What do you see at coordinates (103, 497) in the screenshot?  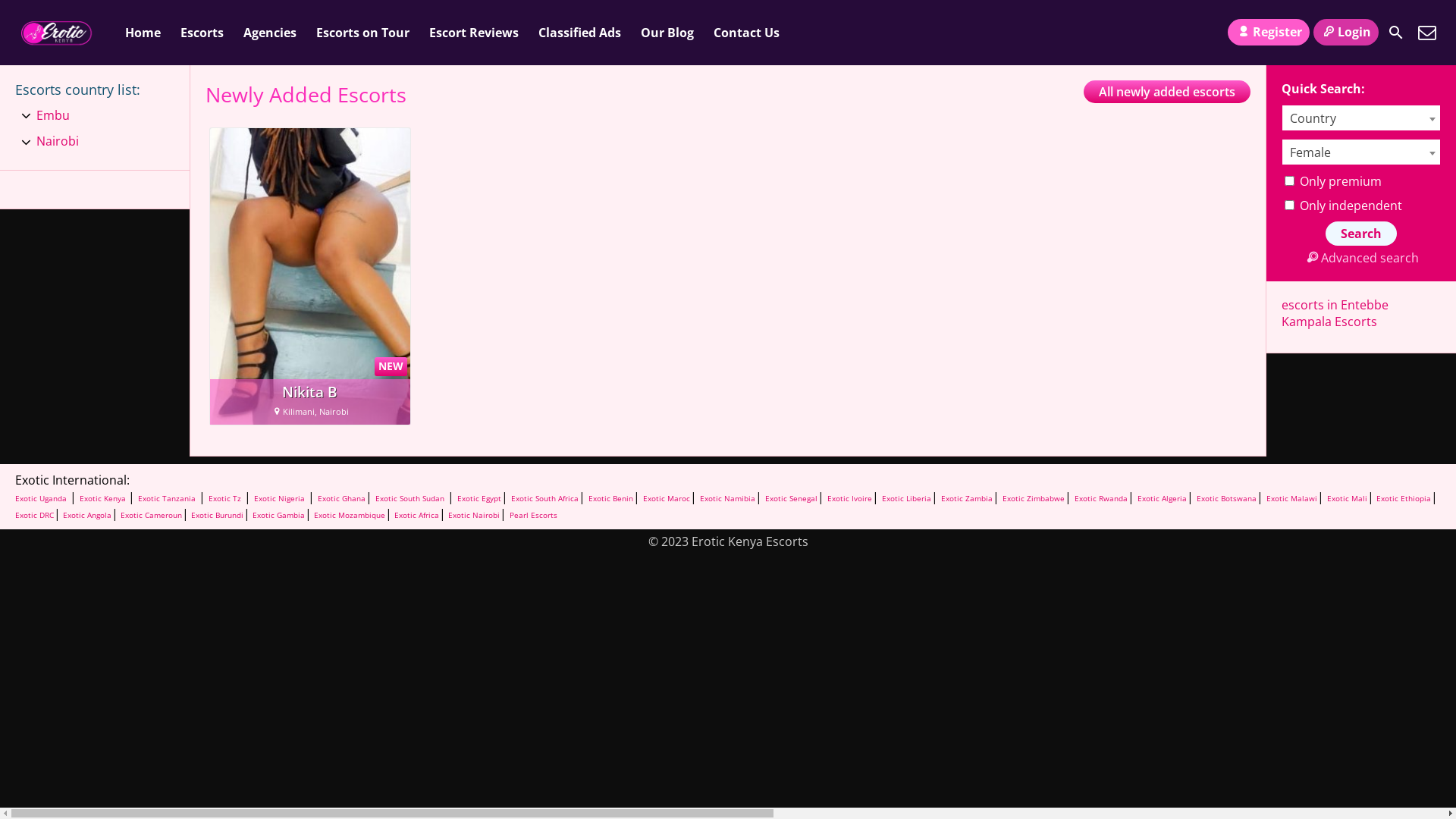 I see `'Exotic Kenya'` at bounding box center [103, 497].